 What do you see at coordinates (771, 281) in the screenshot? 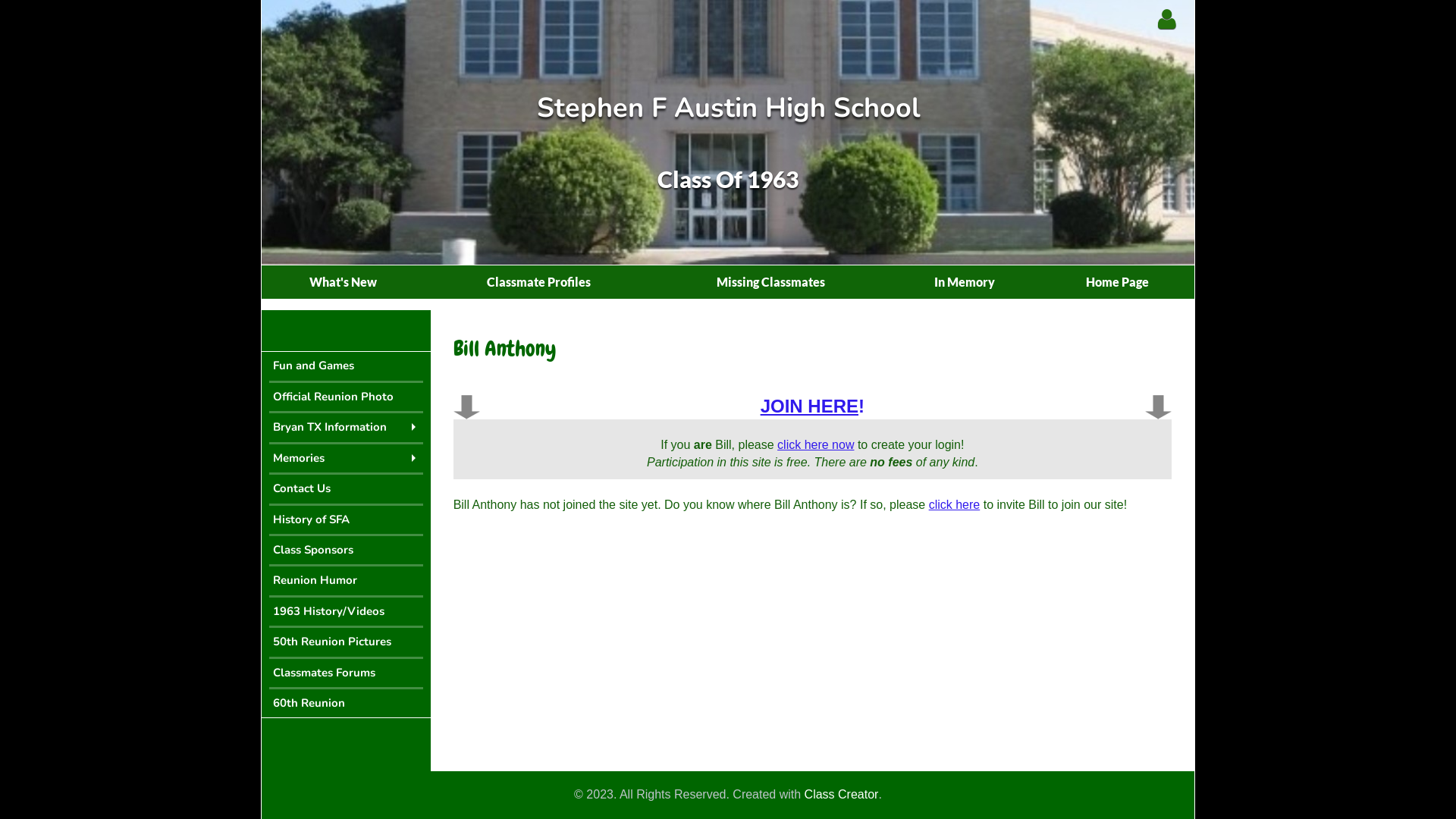
I see `'Missing Classmates'` at bounding box center [771, 281].